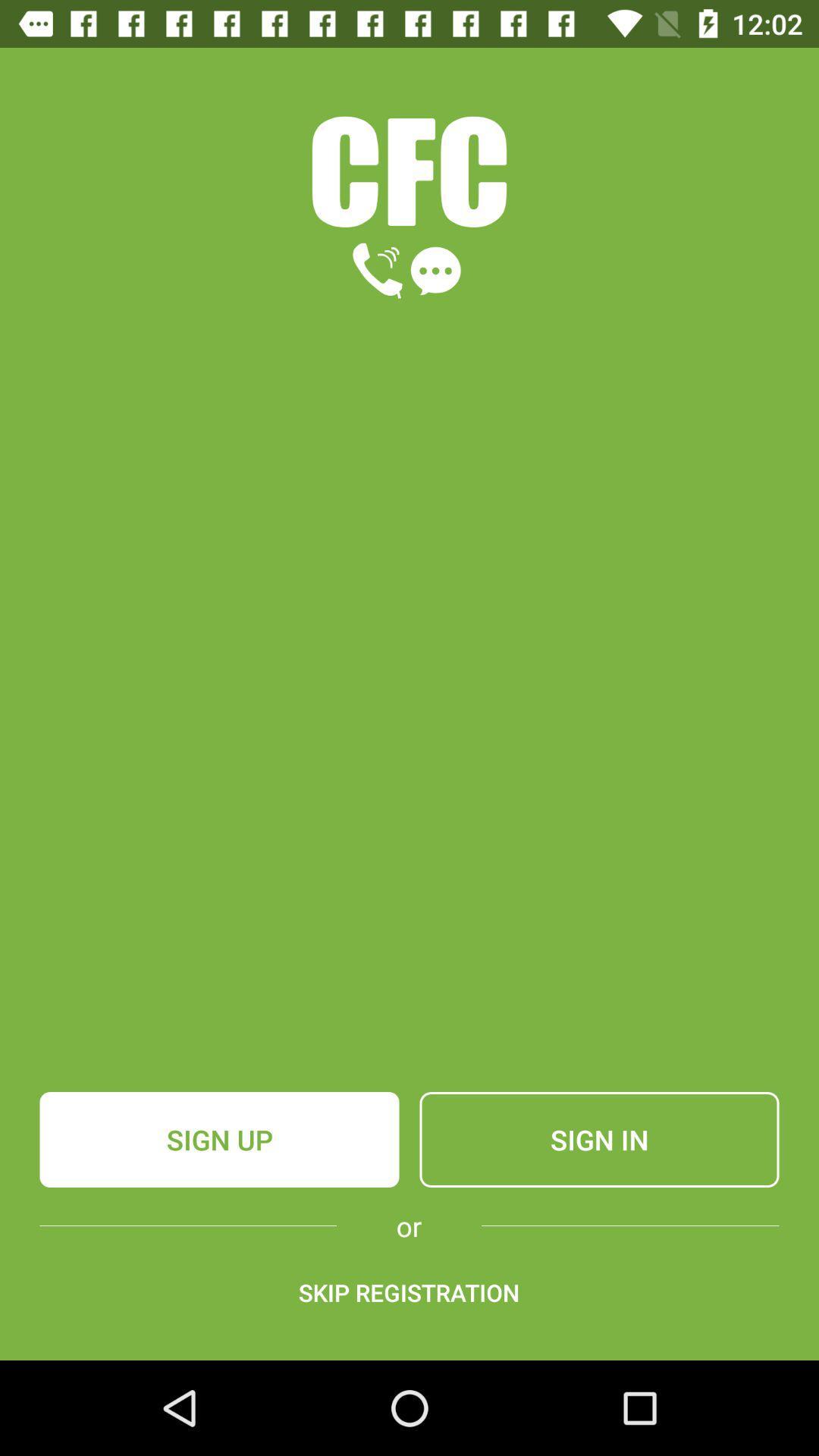  What do you see at coordinates (408, 1291) in the screenshot?
I see `the icon below the or item` at bounding box center [408, 1291].